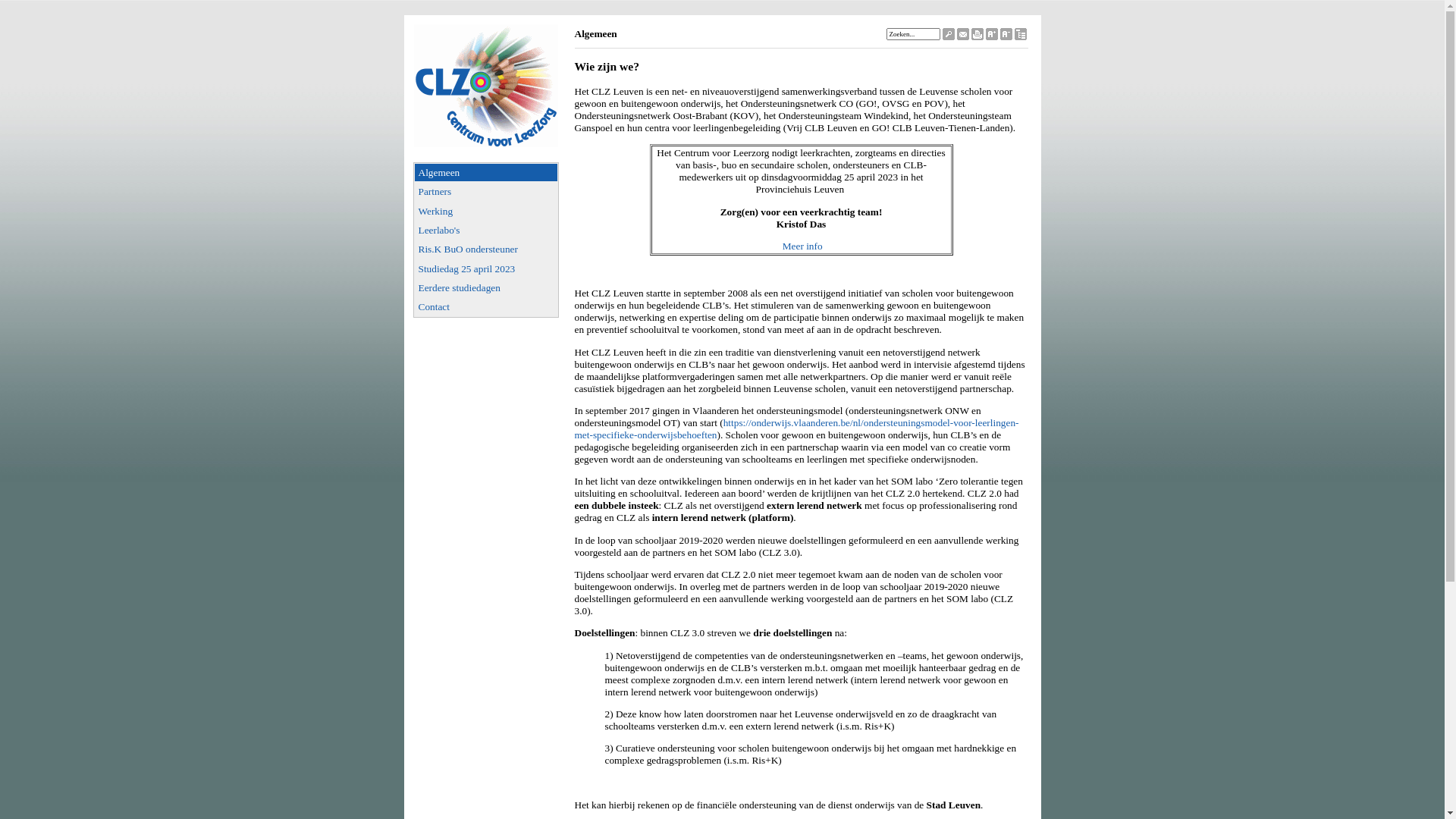 The height and width of the screenshot is (819, 1456). What do you see at coordinates (962, 35) in the screenshot?
I see `'Verzend deze pagina naar uw email'` at bounding box center [962, 35].